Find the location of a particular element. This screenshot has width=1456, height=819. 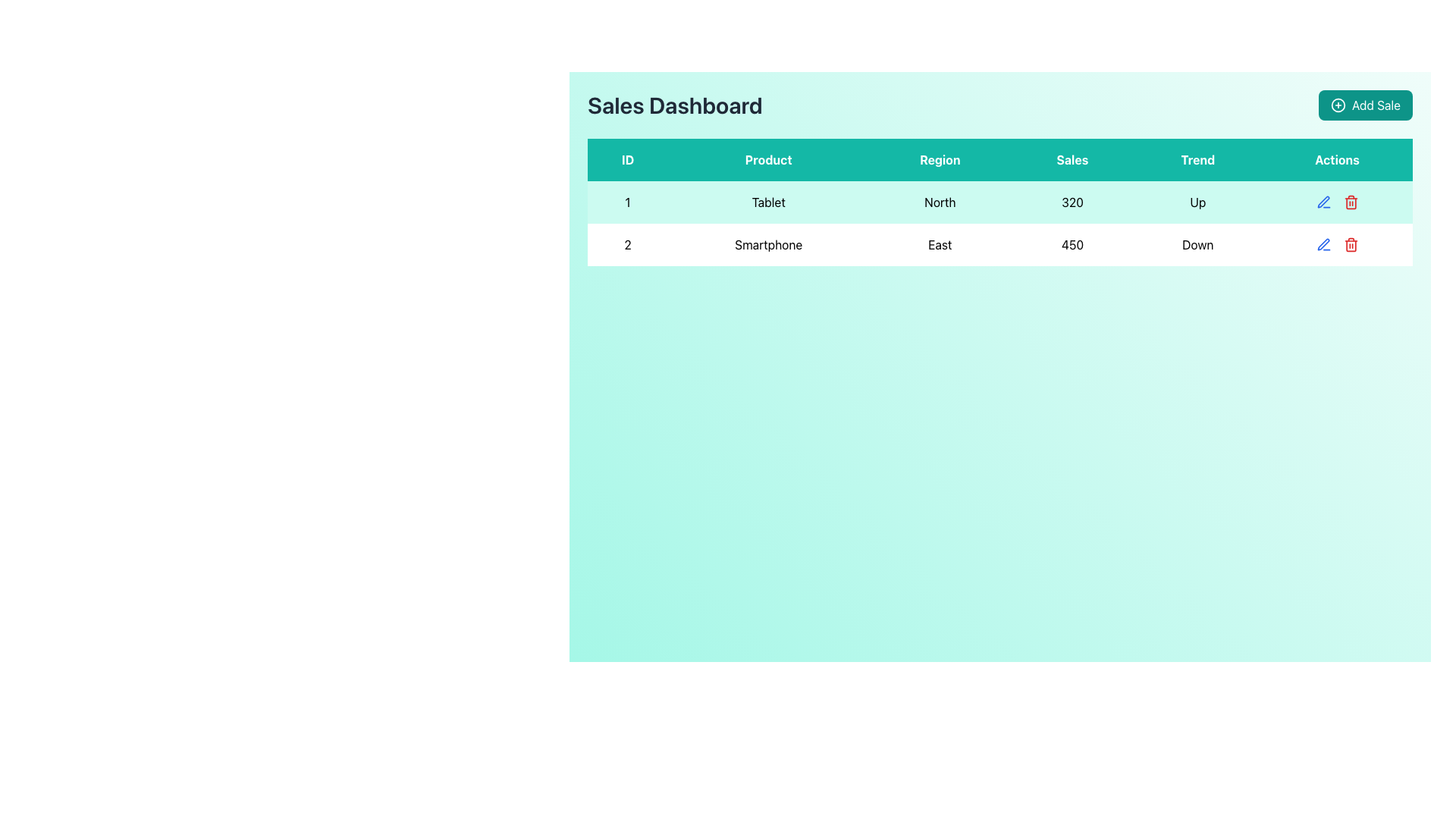

the edit icon button in the 'Actions' column of the 'Smartphone' row to initiate editing of its respective data fields is located at coordinates (1323, 201).